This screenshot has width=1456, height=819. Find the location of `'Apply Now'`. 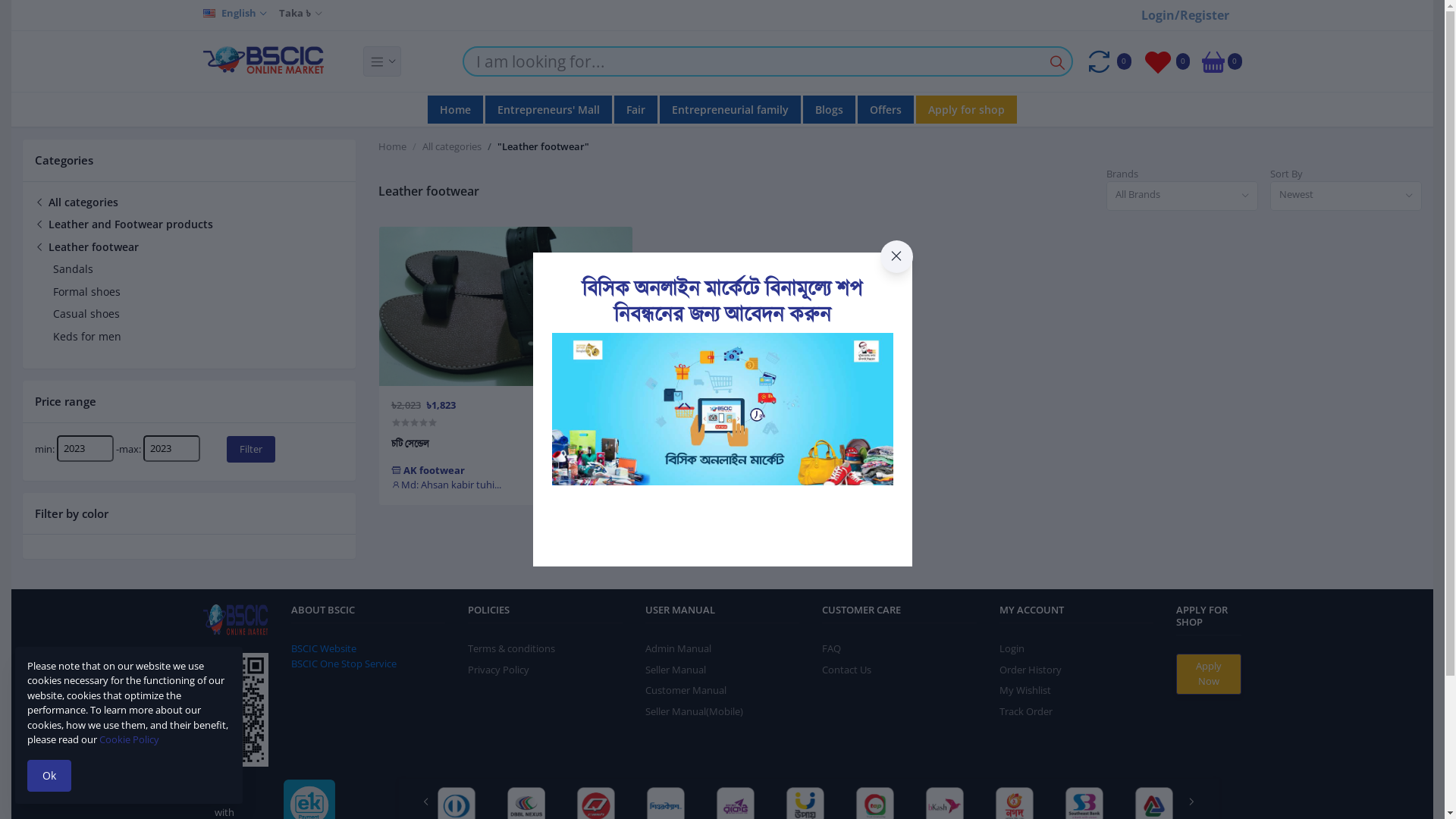

'Apply Now' is located at coordinates (1175, 673).